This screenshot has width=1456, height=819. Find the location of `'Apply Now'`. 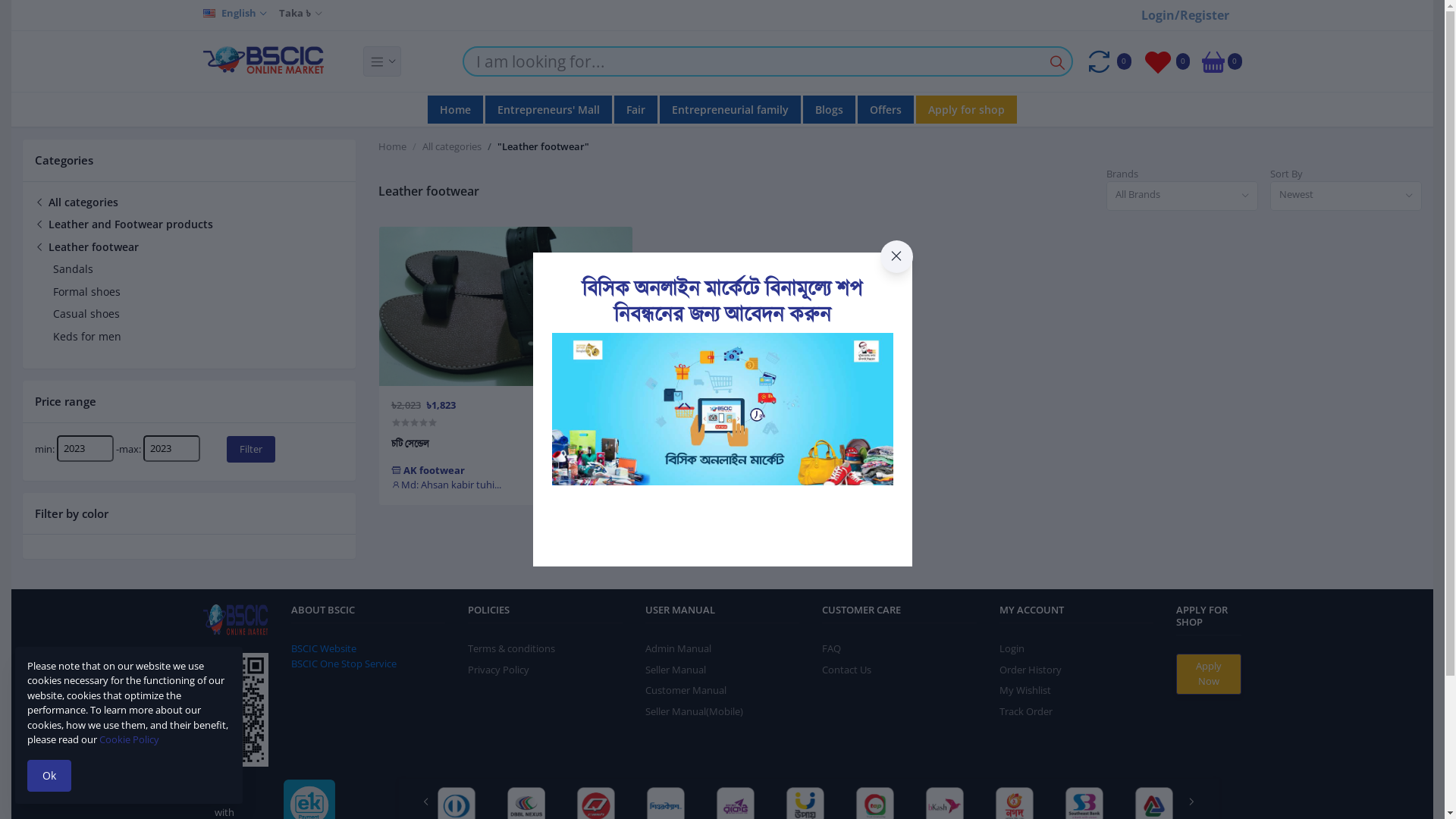

'Apply Now' is located at coordinates (1175, 673).